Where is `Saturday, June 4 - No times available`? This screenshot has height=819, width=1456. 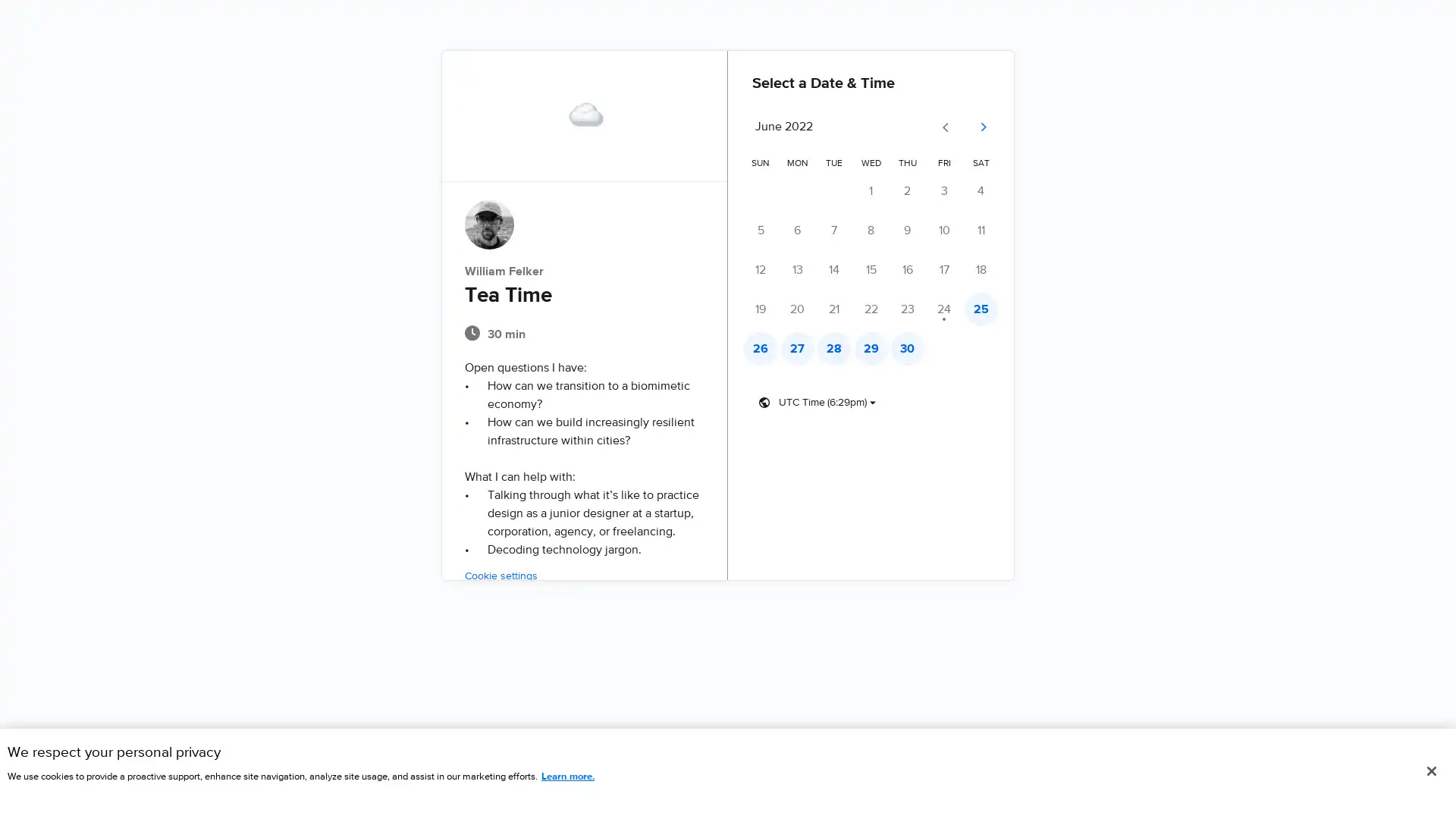 Saturday, June 4 - No times available is located at coordinates (996, 190).